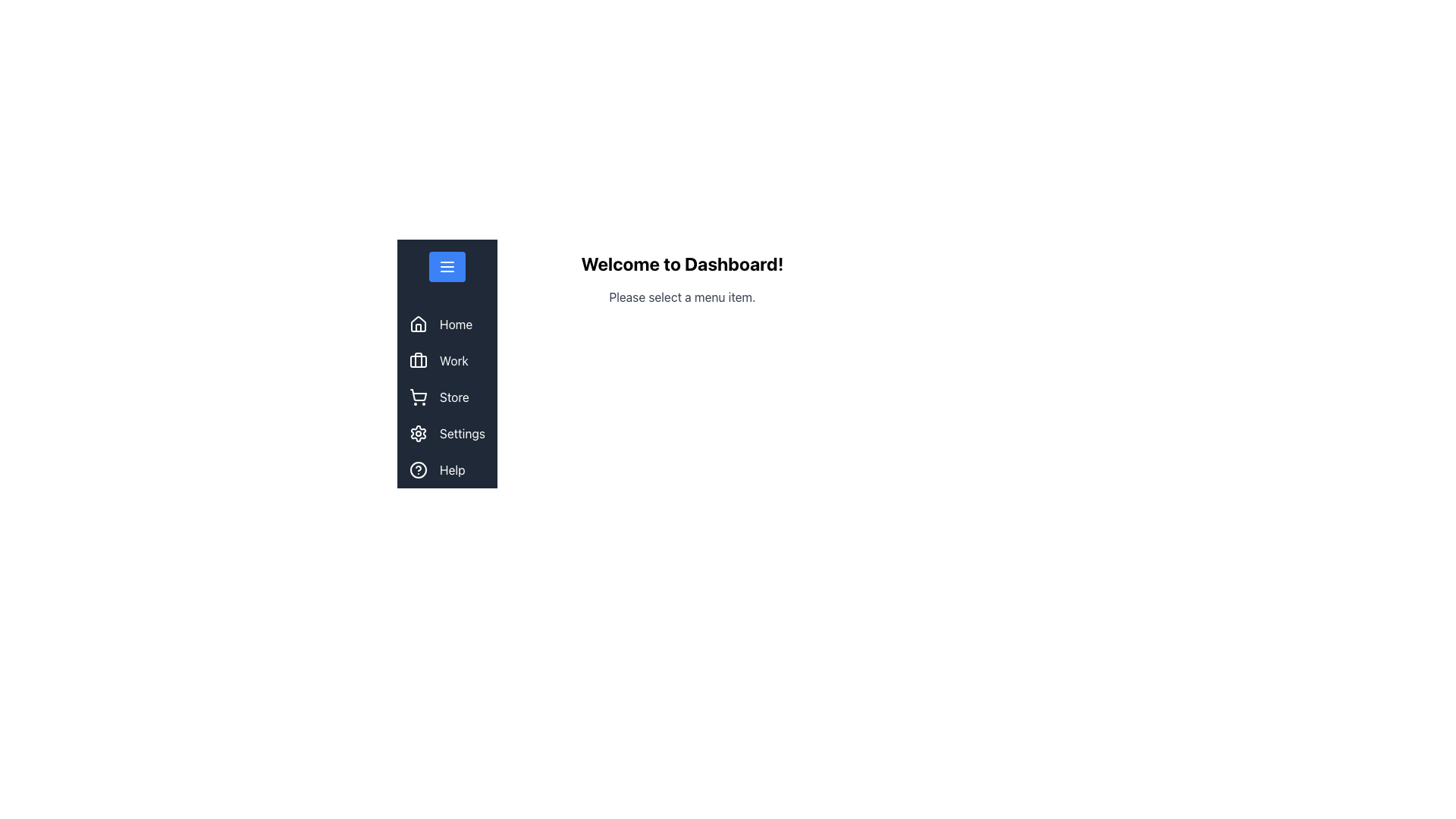 The height and width of the screenshot is (819, 1456). What do you see at coordinates (447, 397) in the screenshot?
I see `the 'Store' navigation menu item for keyboard navigation` at bounding box center [447, 397].